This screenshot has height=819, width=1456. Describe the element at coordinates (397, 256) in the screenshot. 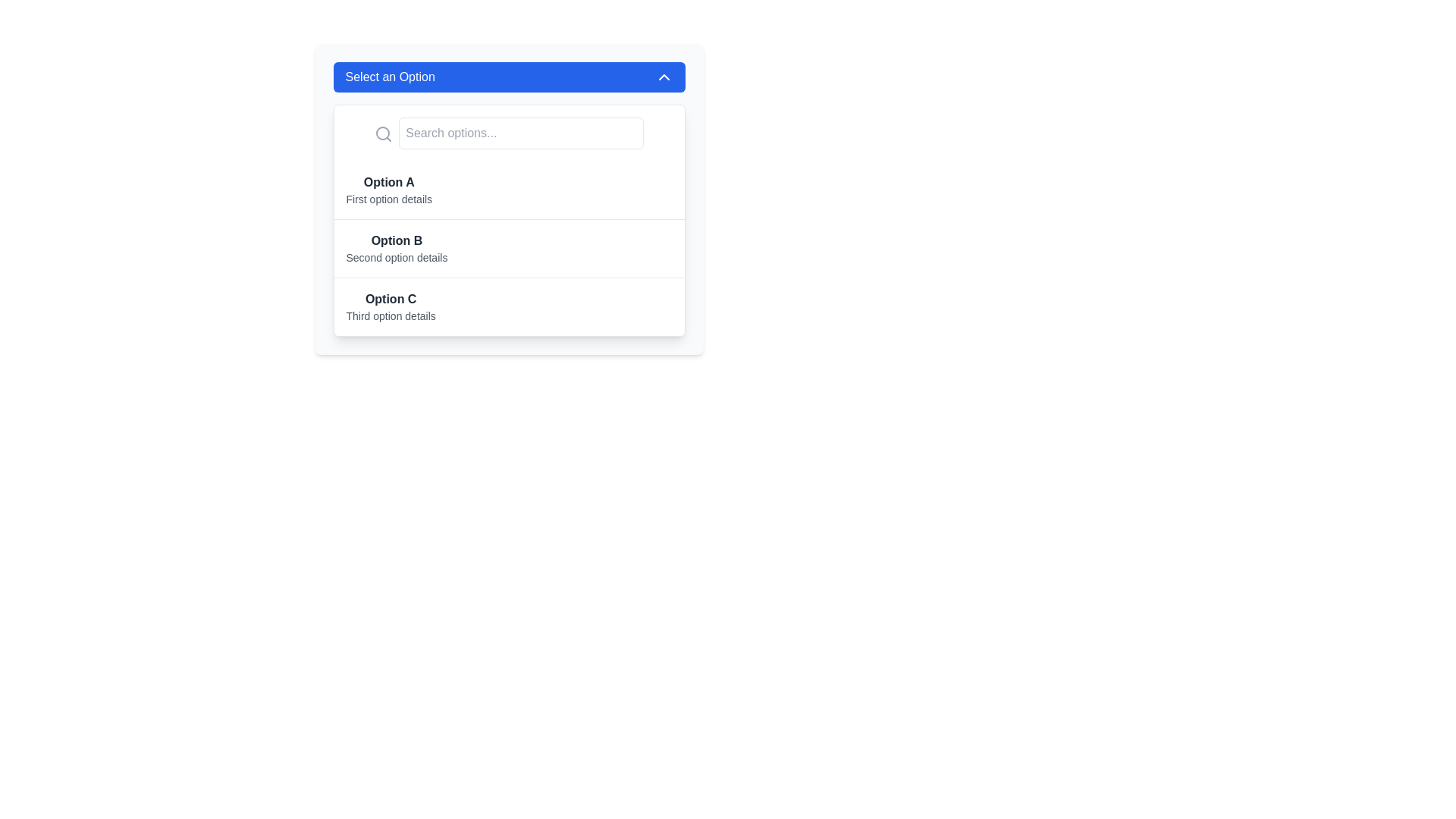

I see `text label that says 'Second option details', which is styled in a smaller gray font and positioned below the title 'Option B' in the dropdown list` at that location.